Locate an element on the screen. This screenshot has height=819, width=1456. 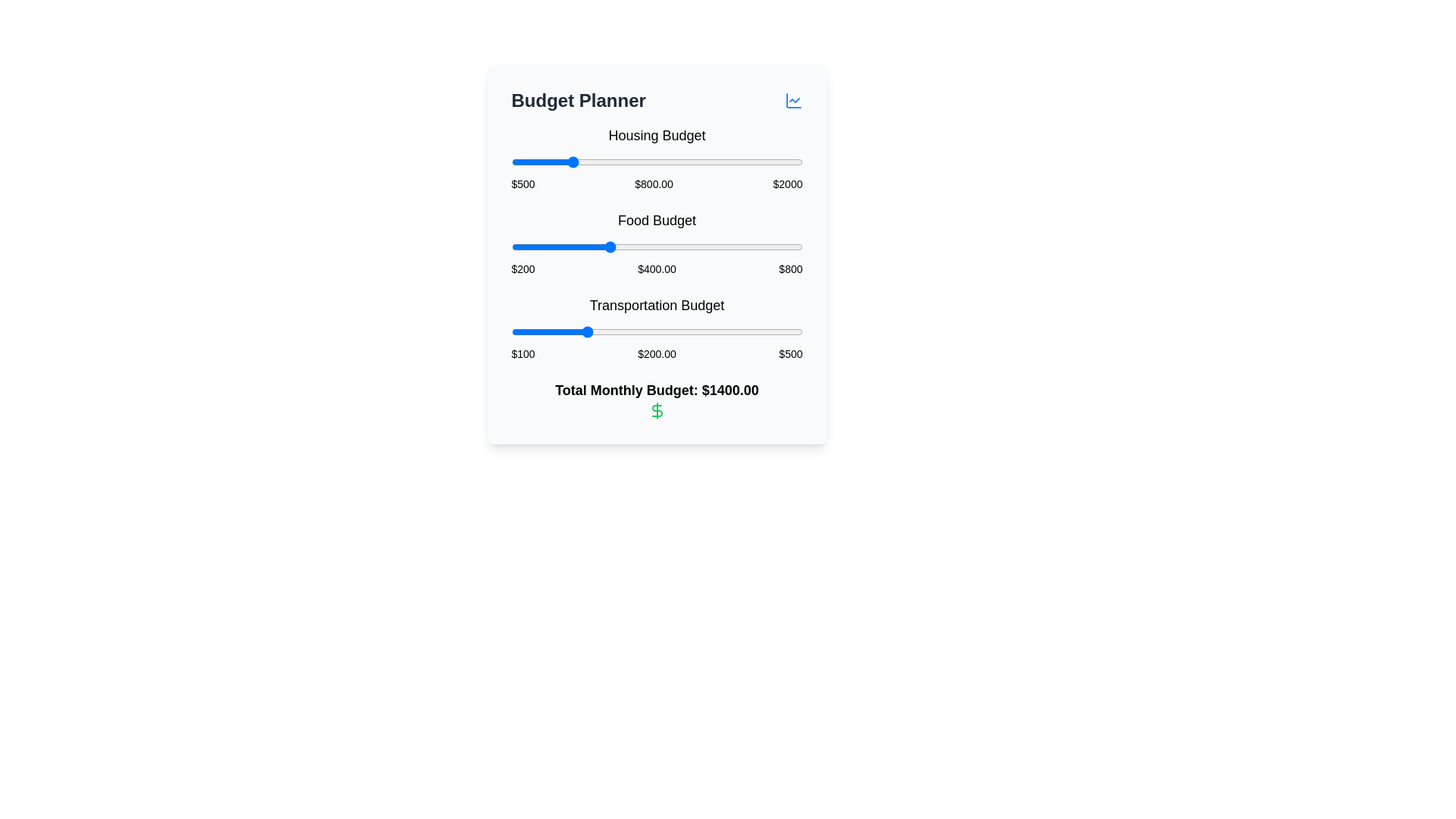
the housing budget slider is located at coordinates (528, 162).